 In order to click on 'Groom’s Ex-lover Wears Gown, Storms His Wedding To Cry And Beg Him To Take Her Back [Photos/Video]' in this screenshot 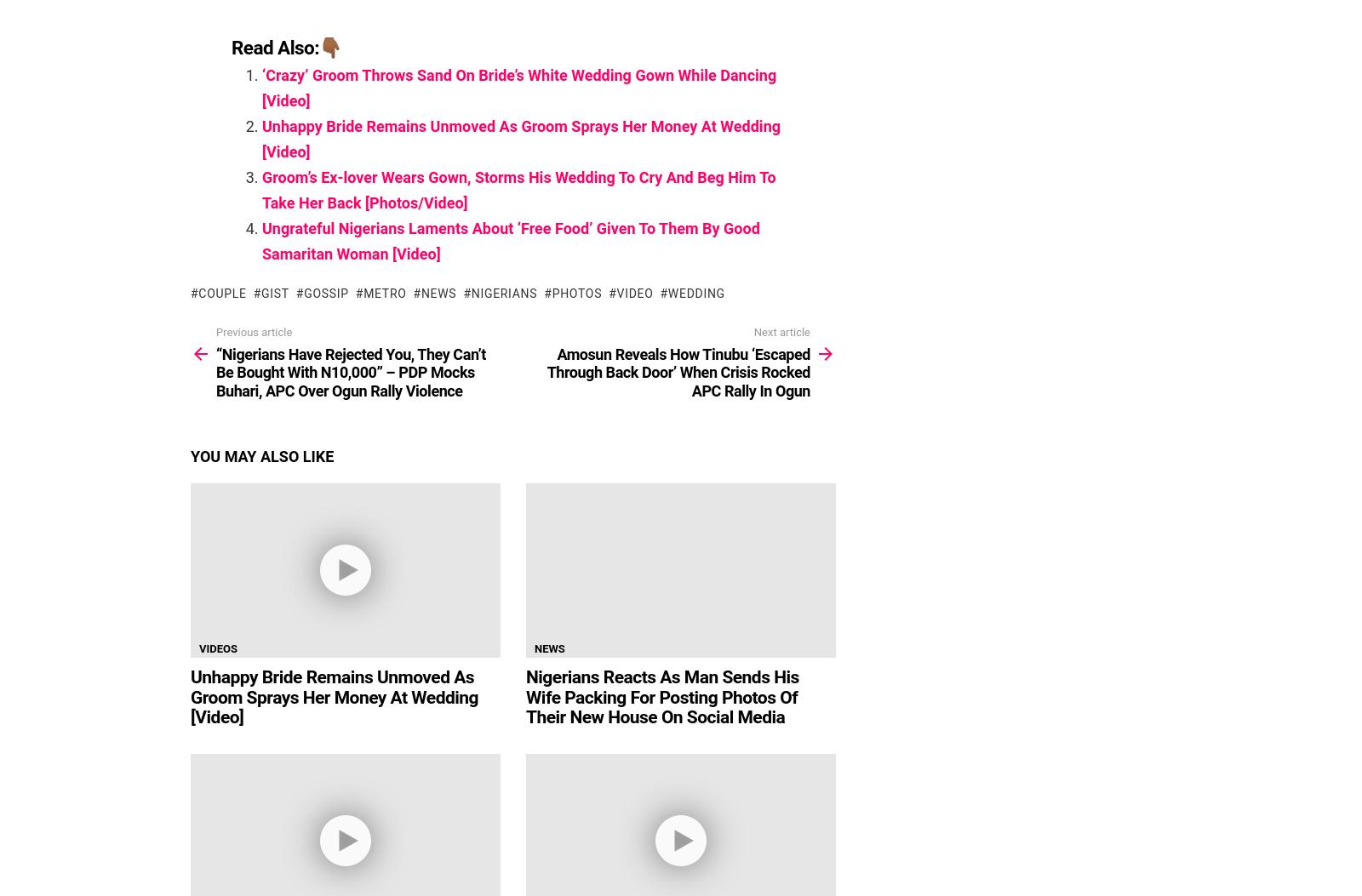, I will do `click(518, 190)`.